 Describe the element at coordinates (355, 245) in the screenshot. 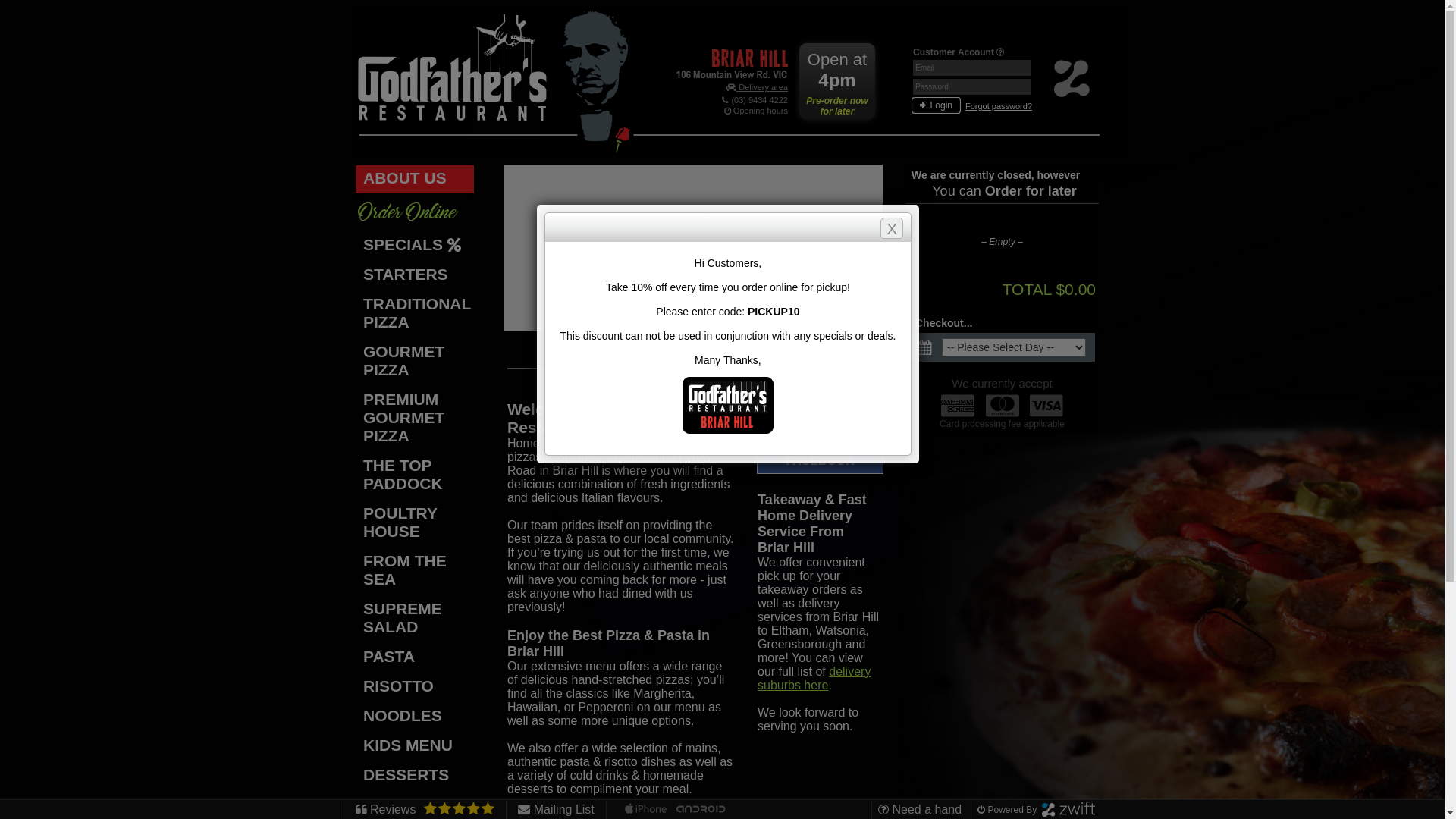

I see `'SPECIALS'` at that location.